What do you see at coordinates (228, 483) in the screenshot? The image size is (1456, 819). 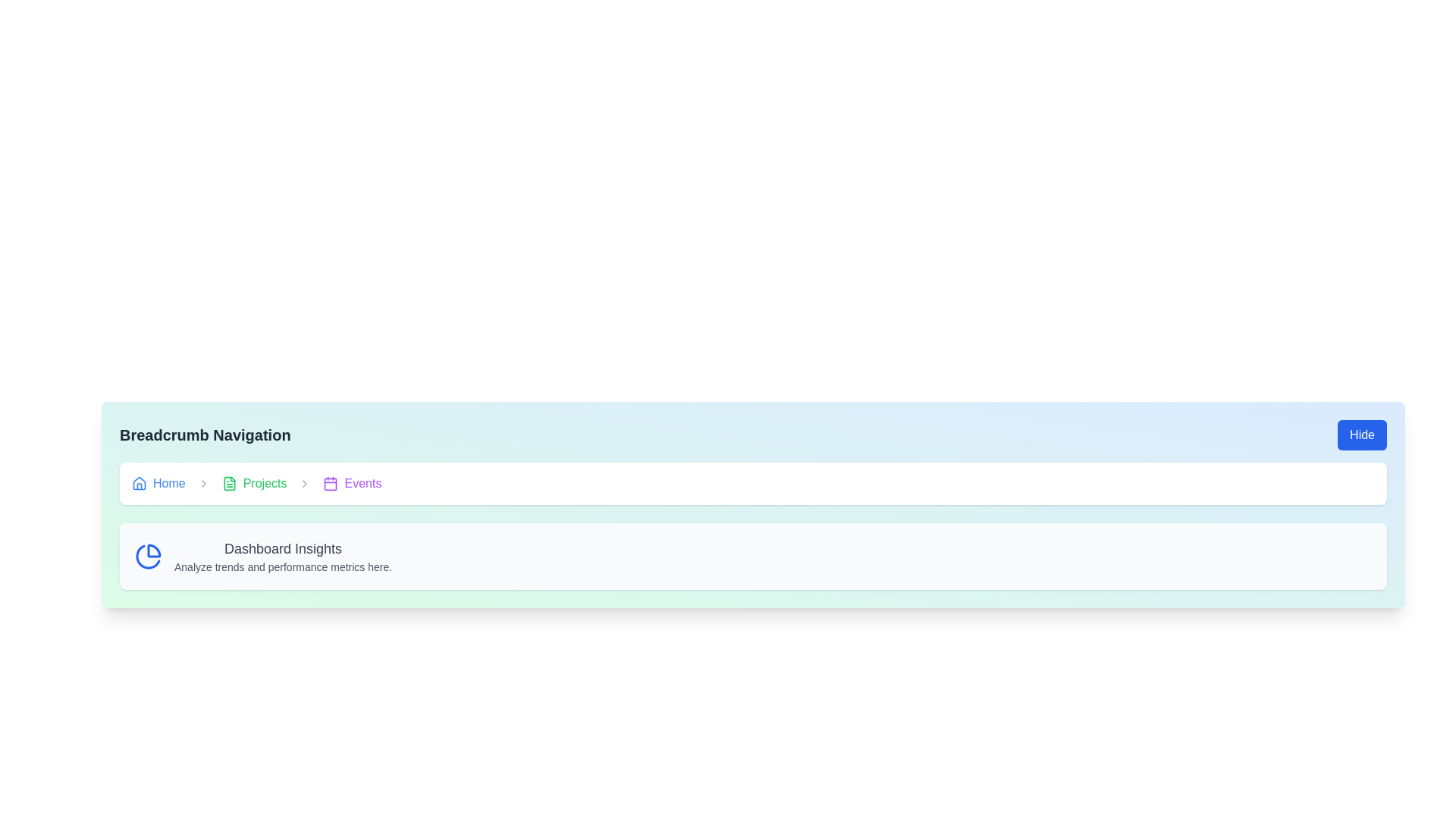 I see `the file or document icon located in the breadcrumb navigation next to the 'Projects' label` at bounding box center [228, 483].